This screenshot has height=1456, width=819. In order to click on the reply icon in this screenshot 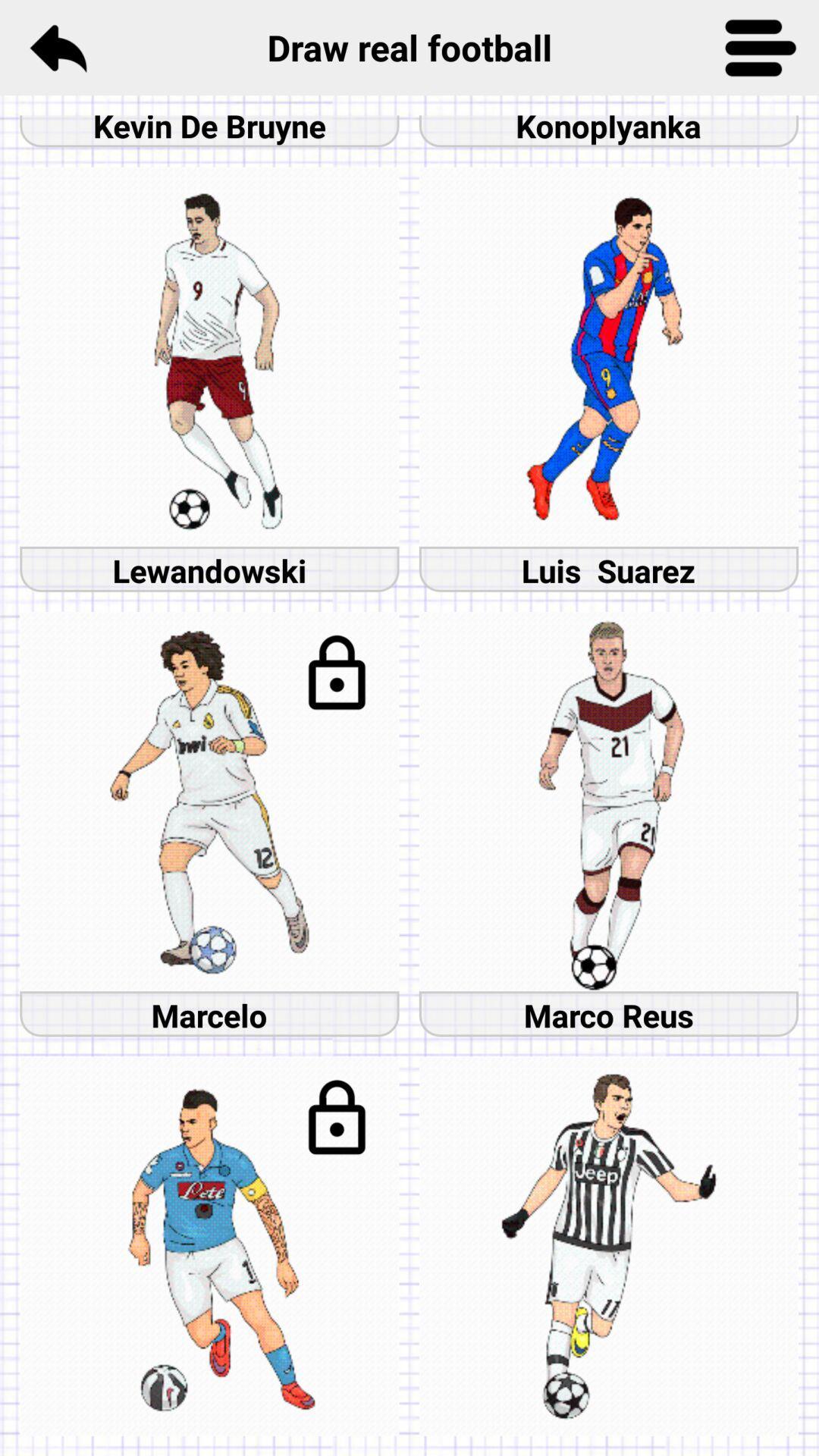, I will do `click(57, 47)`.